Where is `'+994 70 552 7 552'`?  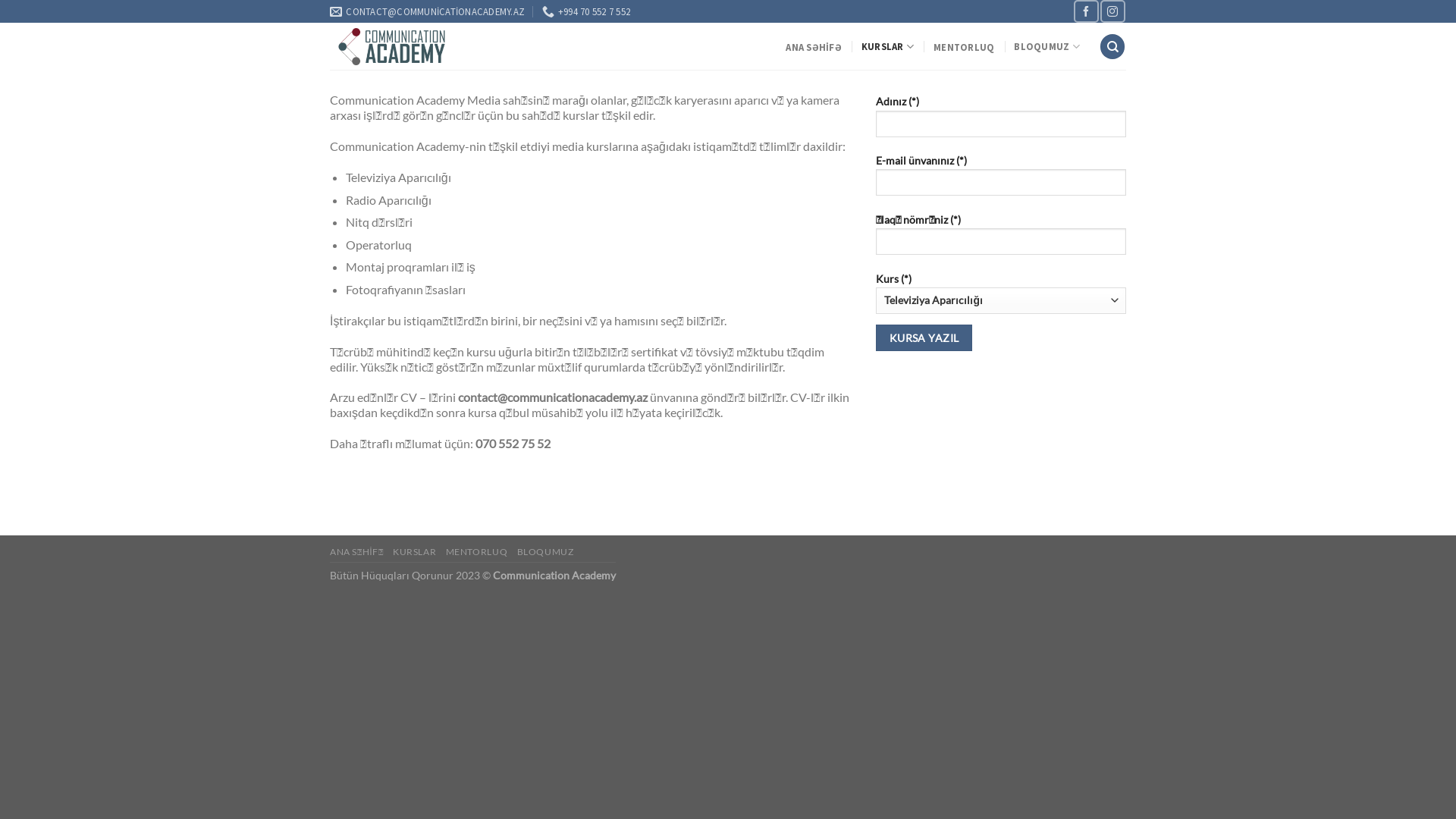 '+994 70 552 7 552' is located at coordinates (542, 11).